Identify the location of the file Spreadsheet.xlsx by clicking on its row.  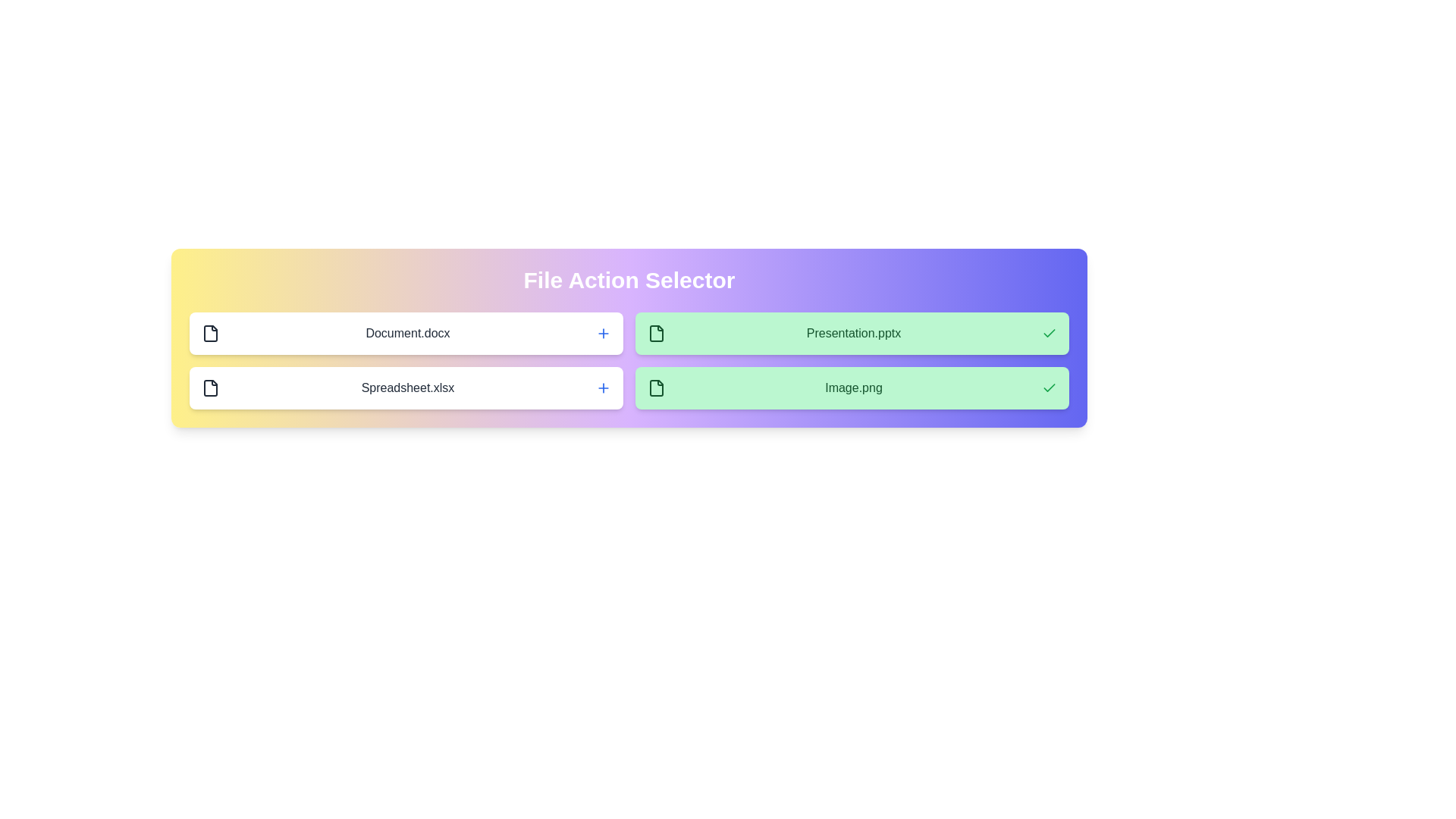
(406, 388).